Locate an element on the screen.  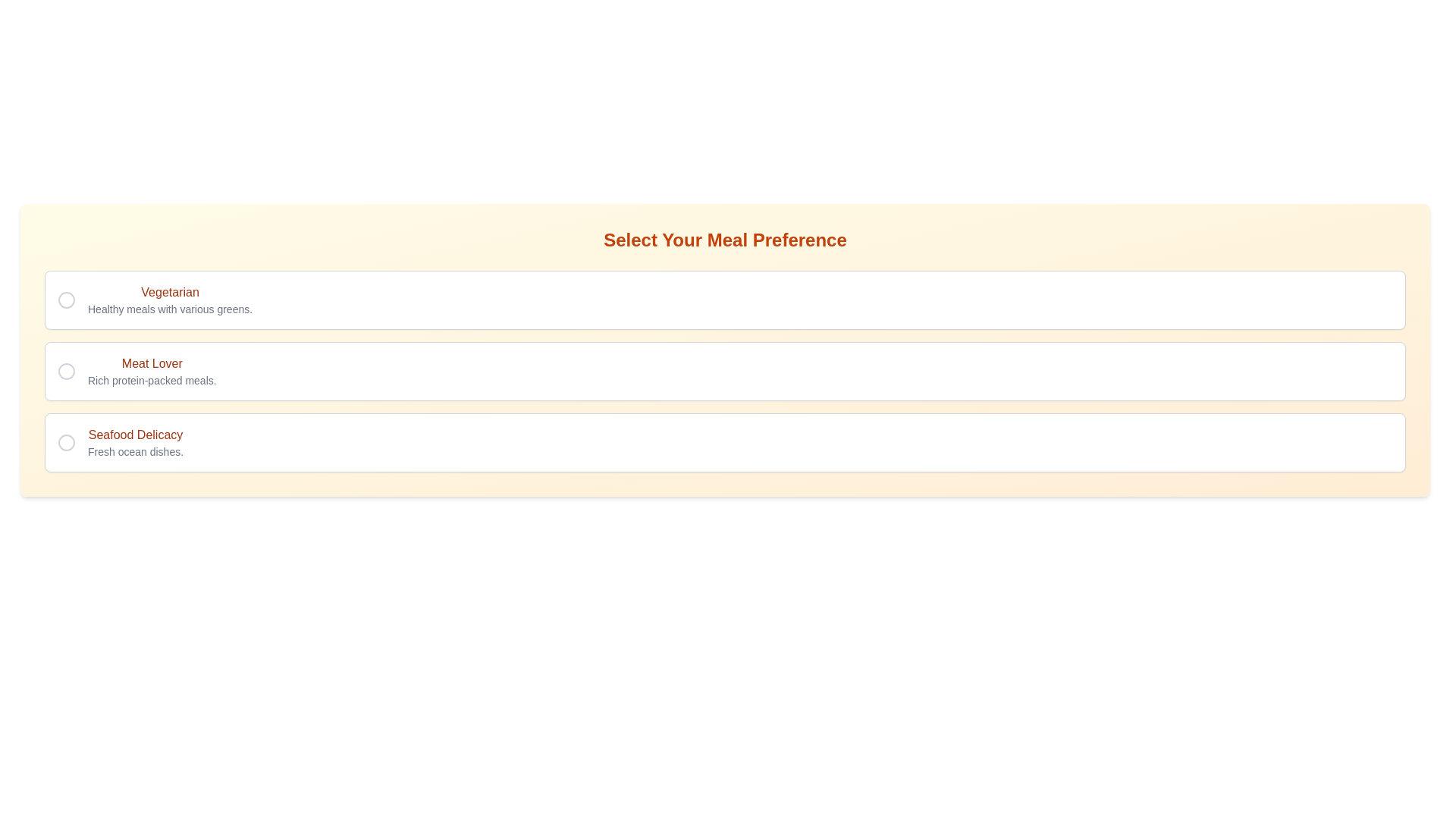
the 'Meat Lover' List Item Label, which is styled in medium-weight orange font and is the second option in a vertical list of options is located at coordinates (152, 371).